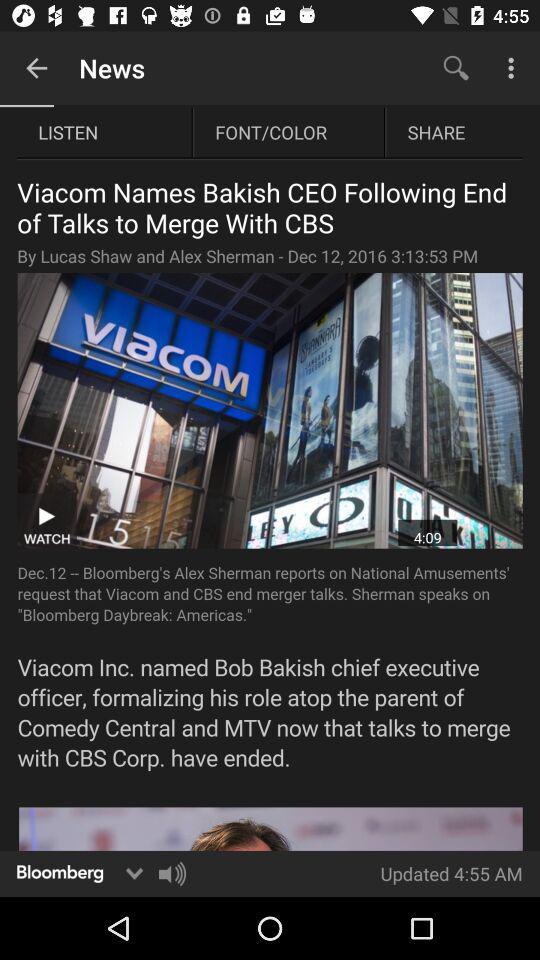 Image resolution: width=540 pixels, height=960 pixels. I want to click on the volume icon, so click(172, 872).